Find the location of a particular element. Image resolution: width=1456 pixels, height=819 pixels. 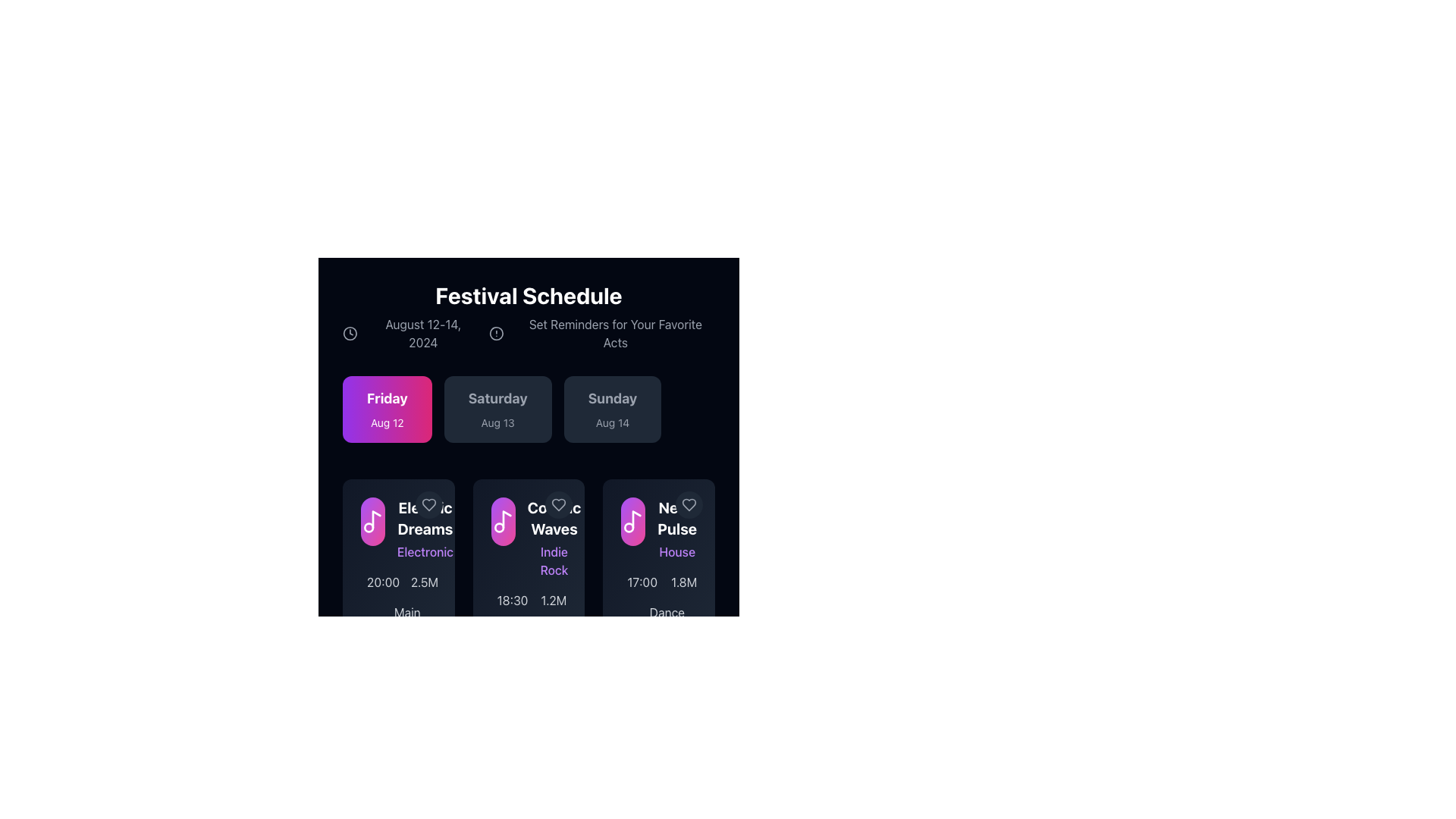

the 'Main Stage' text label, which is rendered in light gray color and positioned to the right of a map pin icon in a modern layout is located at coordinates (398, 622).